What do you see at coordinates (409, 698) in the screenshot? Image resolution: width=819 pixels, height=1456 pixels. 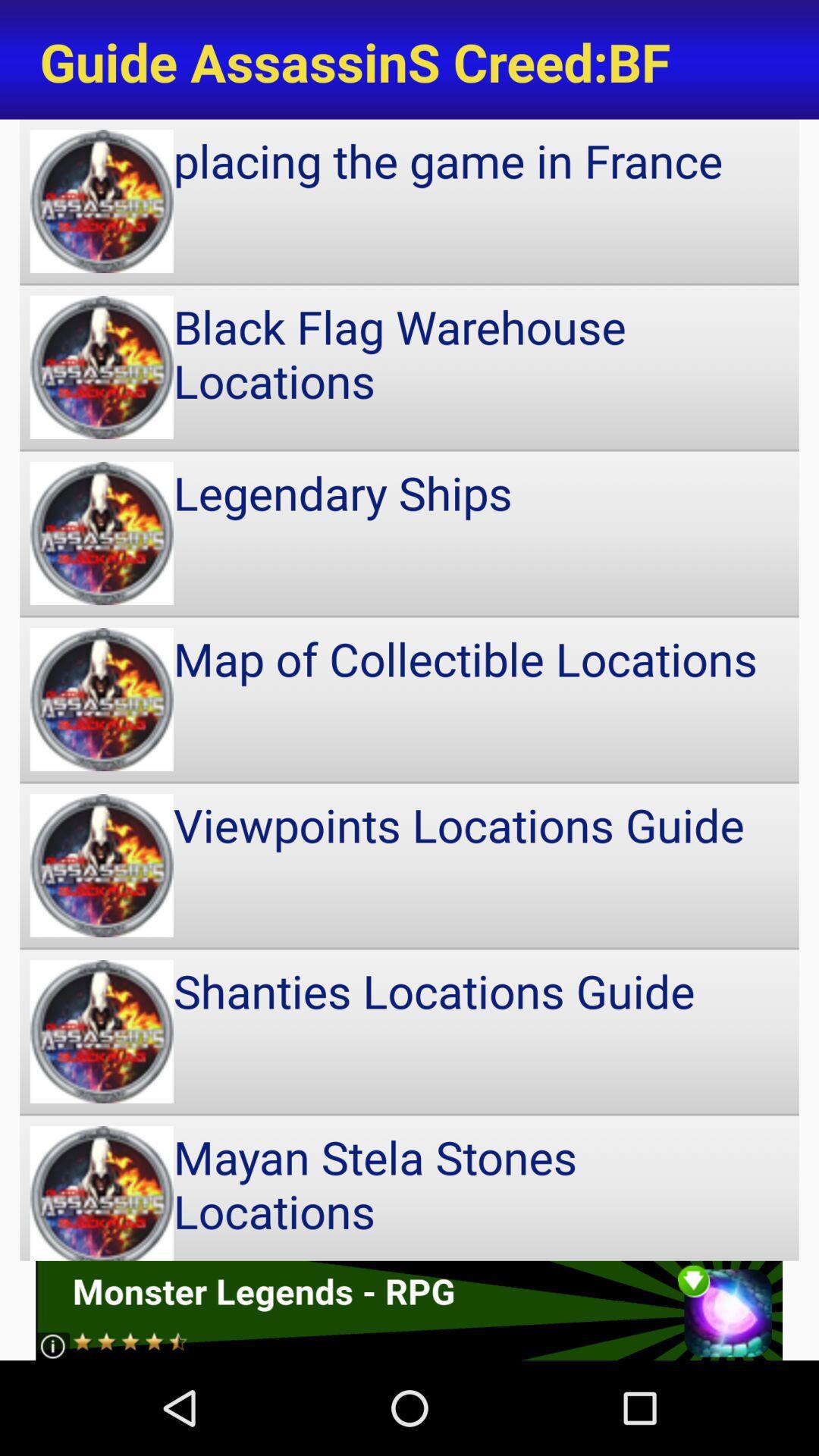 I see `icon below legendary ships icon` at bounding box center [409, 698].